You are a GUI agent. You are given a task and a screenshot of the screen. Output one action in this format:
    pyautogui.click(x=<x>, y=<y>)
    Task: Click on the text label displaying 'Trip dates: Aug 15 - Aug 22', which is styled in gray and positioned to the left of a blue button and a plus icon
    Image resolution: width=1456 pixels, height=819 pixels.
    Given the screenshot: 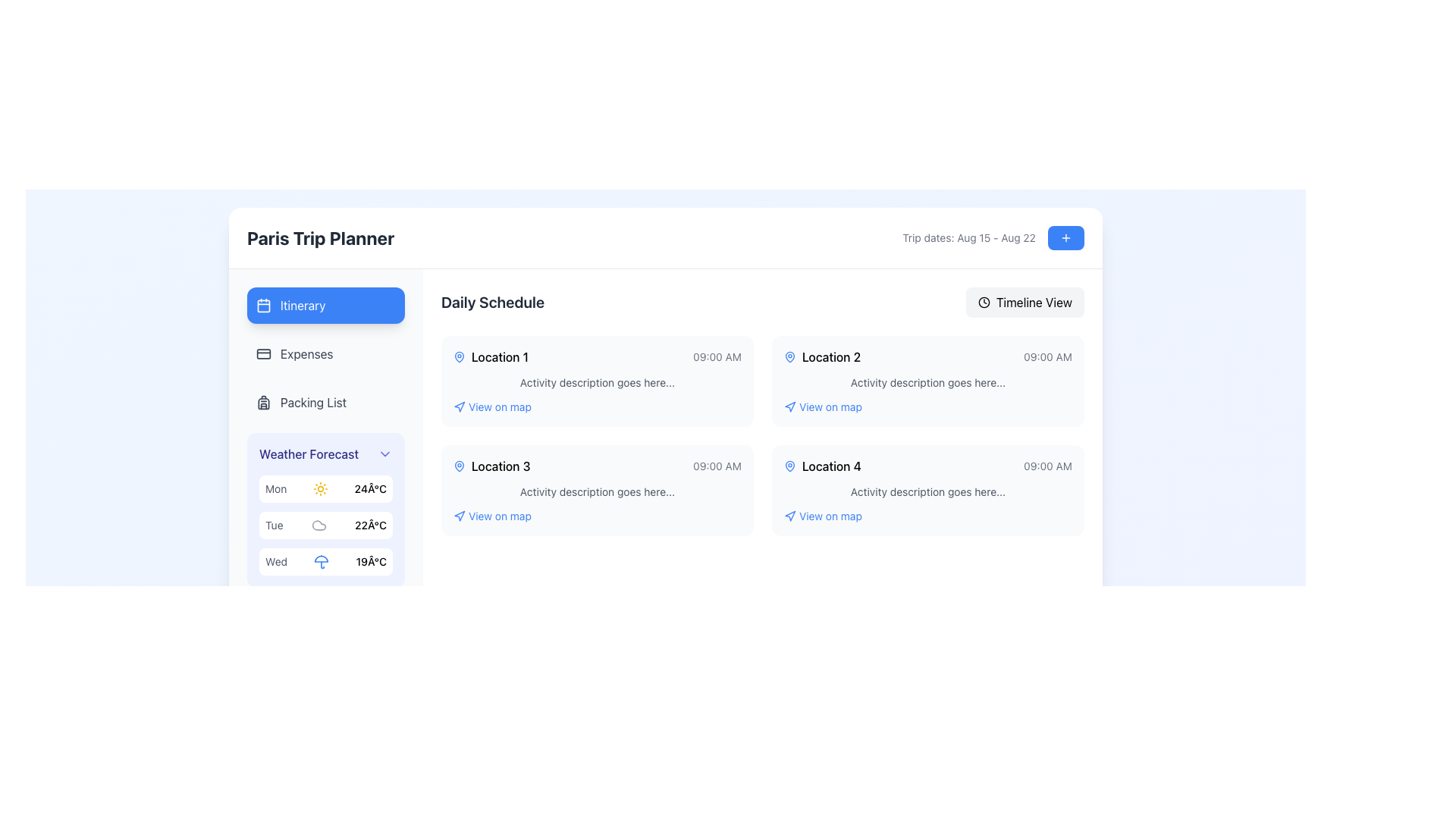 What is the action you would take?
    pyautogui.click(x=968, y=237)
    